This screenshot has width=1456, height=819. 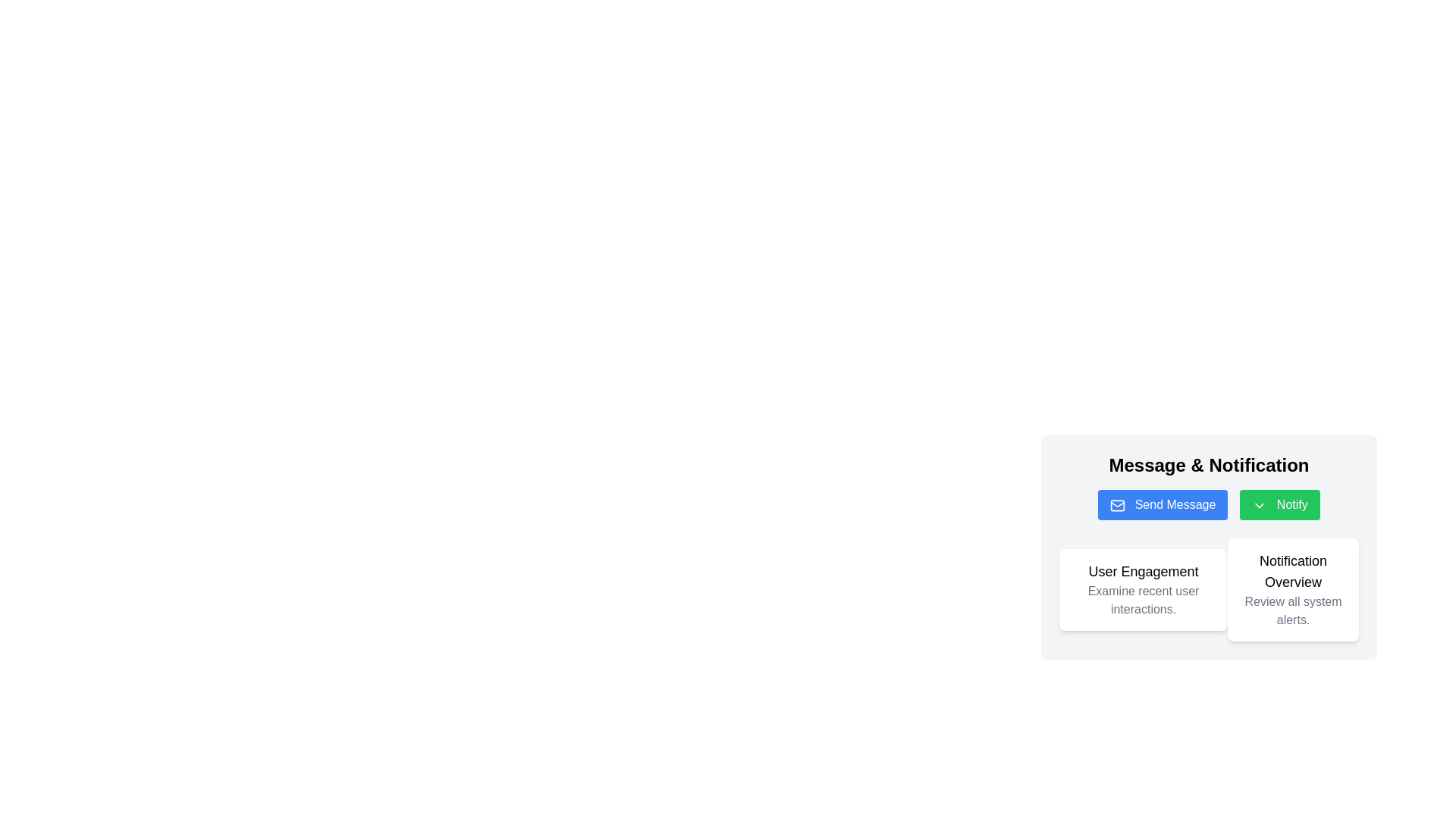 What do you see at coordinates (1208, 464) in the screenshot?
I see `the static text header that introduces the content and functionality of the section, positioned at the top-center of a light gray panel` at bounding box center [1208, 464].